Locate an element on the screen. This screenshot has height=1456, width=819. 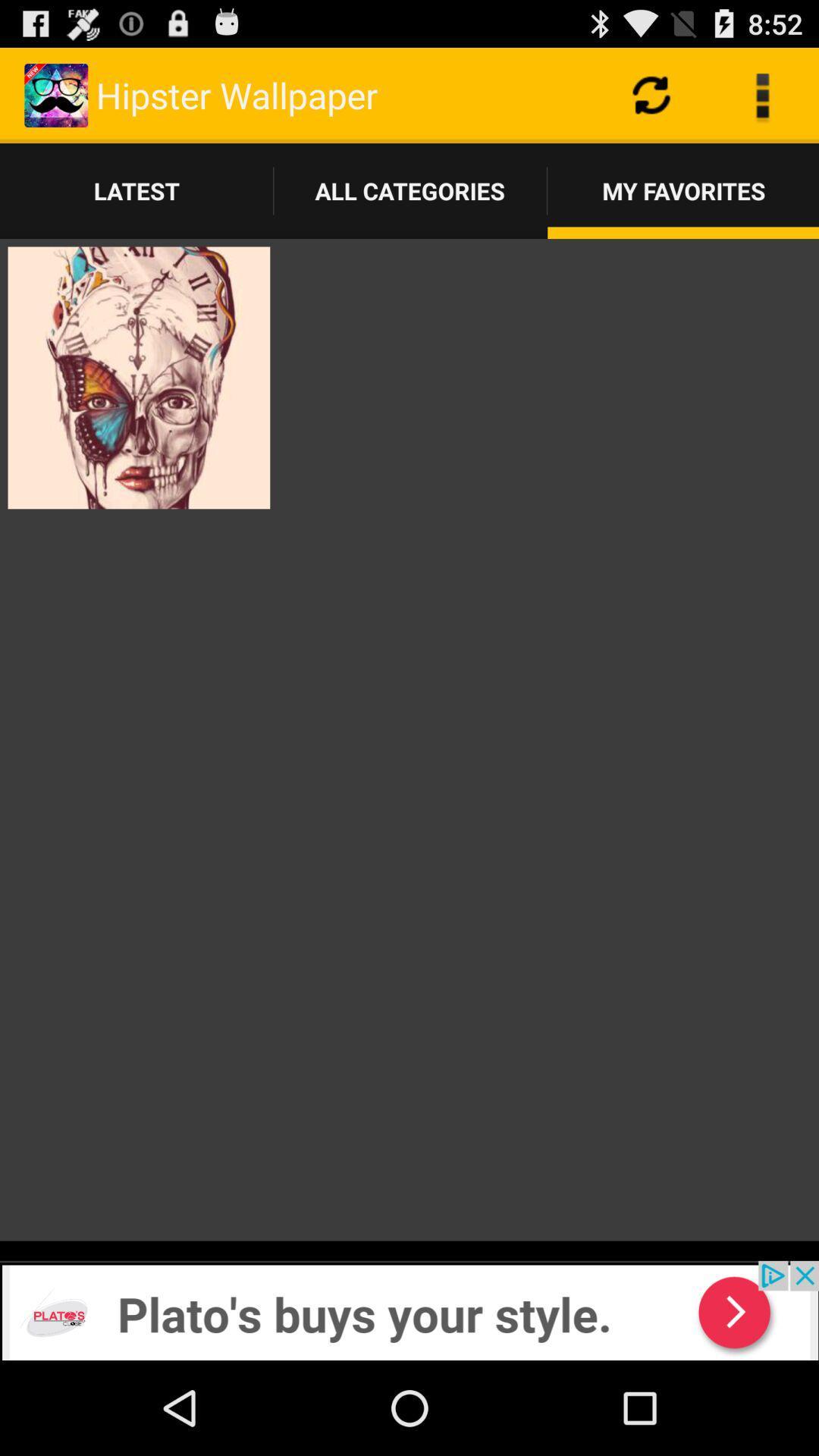
open advertisement is located at coordinates (409, 1310).